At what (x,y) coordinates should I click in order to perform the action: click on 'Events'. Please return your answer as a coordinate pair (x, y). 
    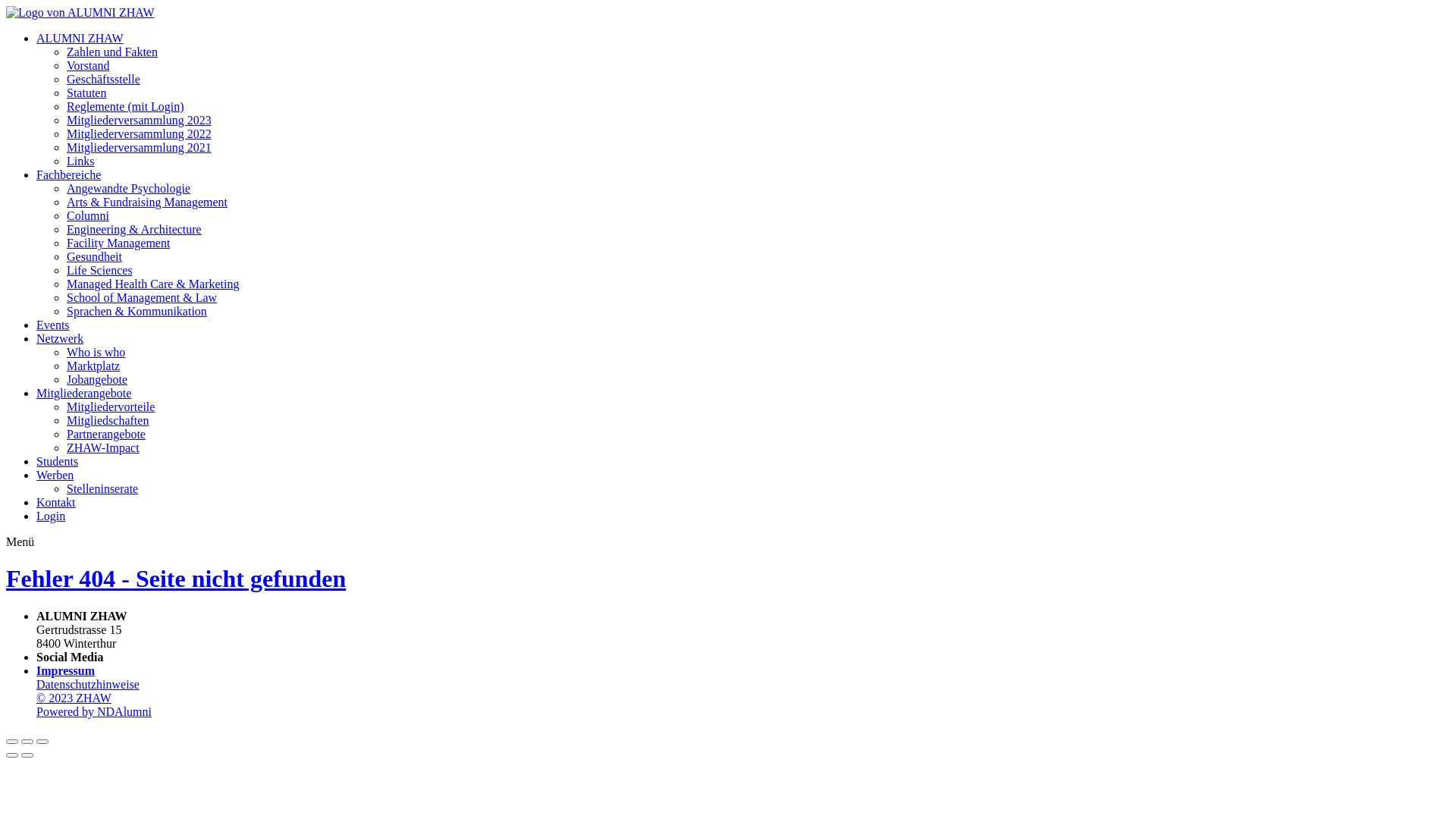
    Looking at the image, I should click on (53, 324).